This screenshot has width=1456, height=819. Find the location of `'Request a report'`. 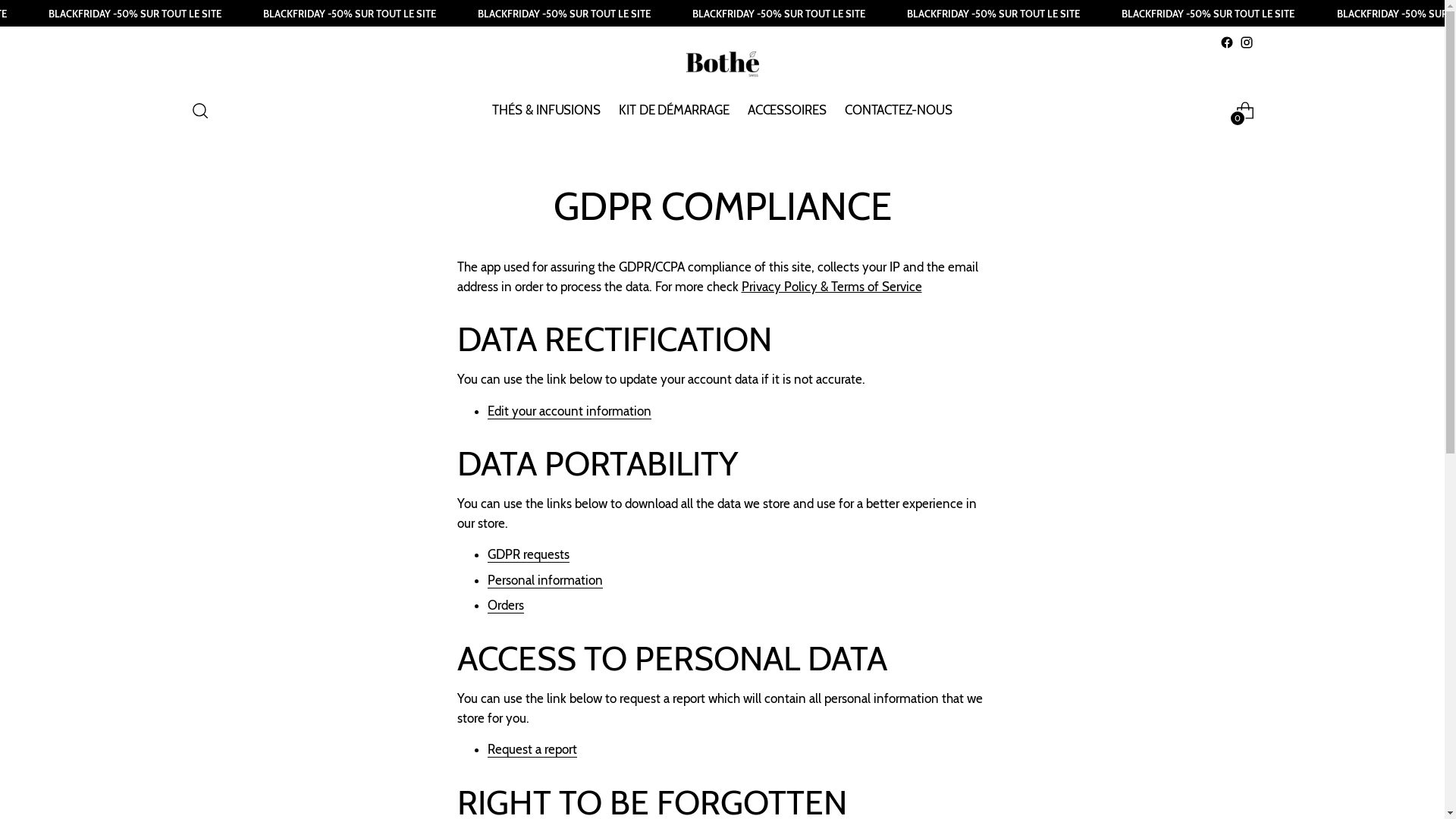

'Request a report' is located at coordinates (531, 748).